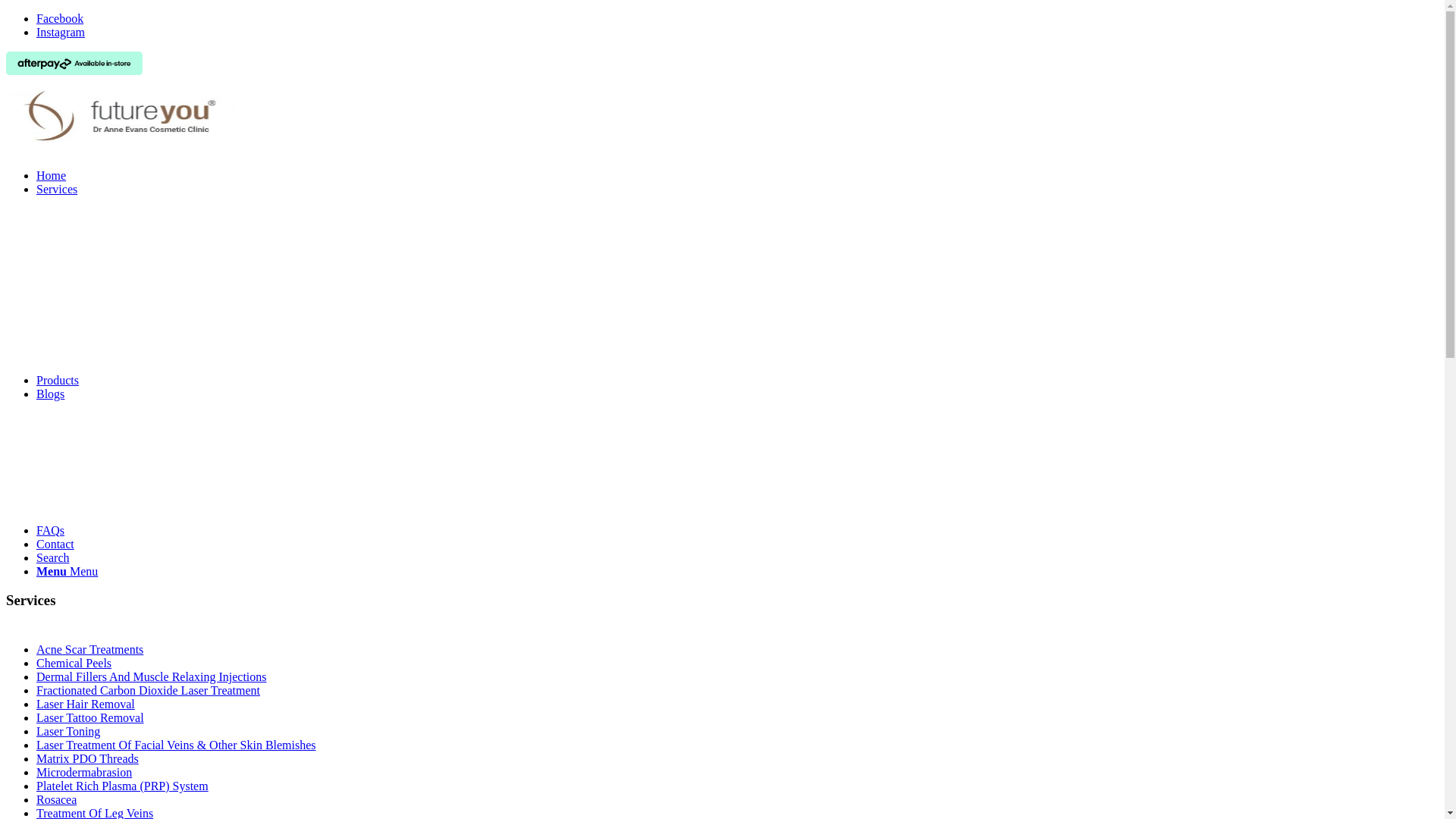 This screenshot has width=1456, height=819. I want to click on 'Matrix PDO Threads', so click(86, 758).